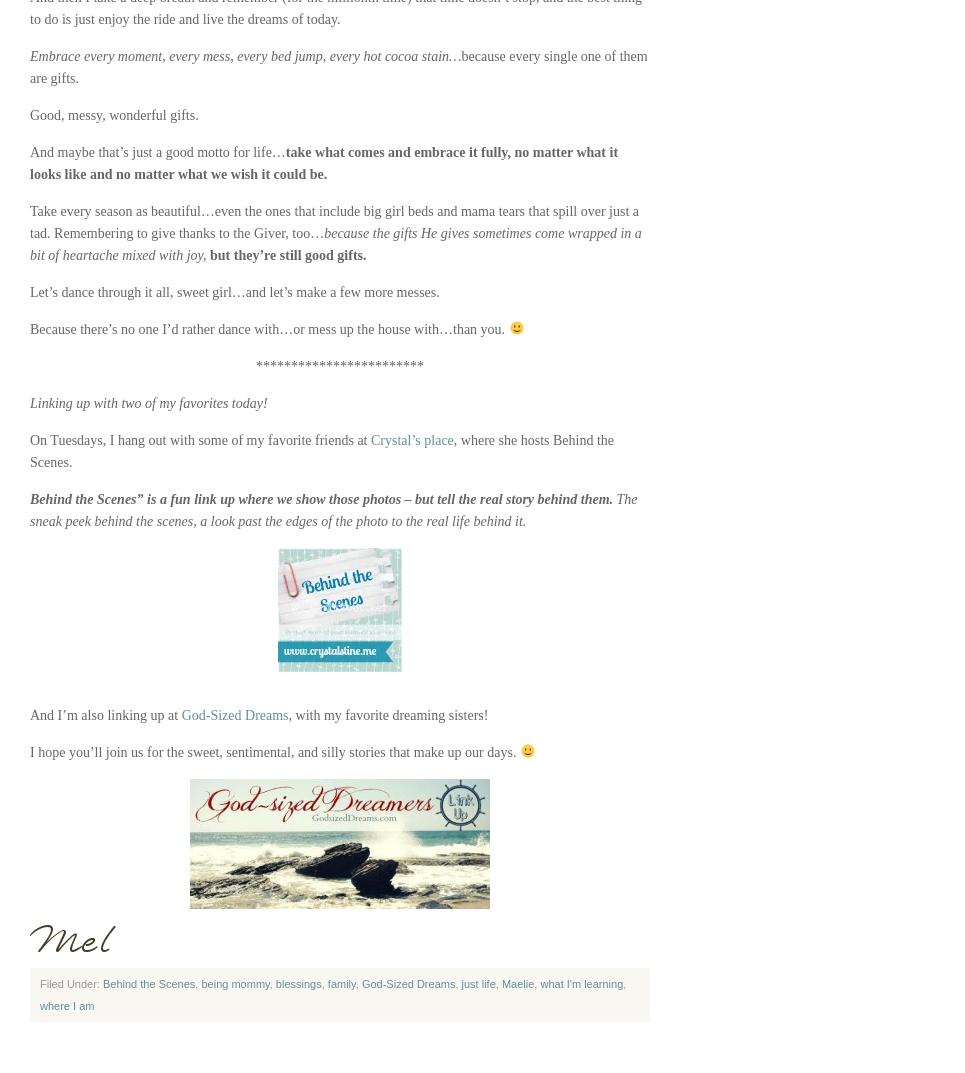 This screenshot has height=1073, width=965. What do you see at coordinates (332, 509) in the screenshot?
I see `'The sneak peek behind the scenes, a look past the edges of the photo to the real life behind it.'` at bounding box center [332, 509].